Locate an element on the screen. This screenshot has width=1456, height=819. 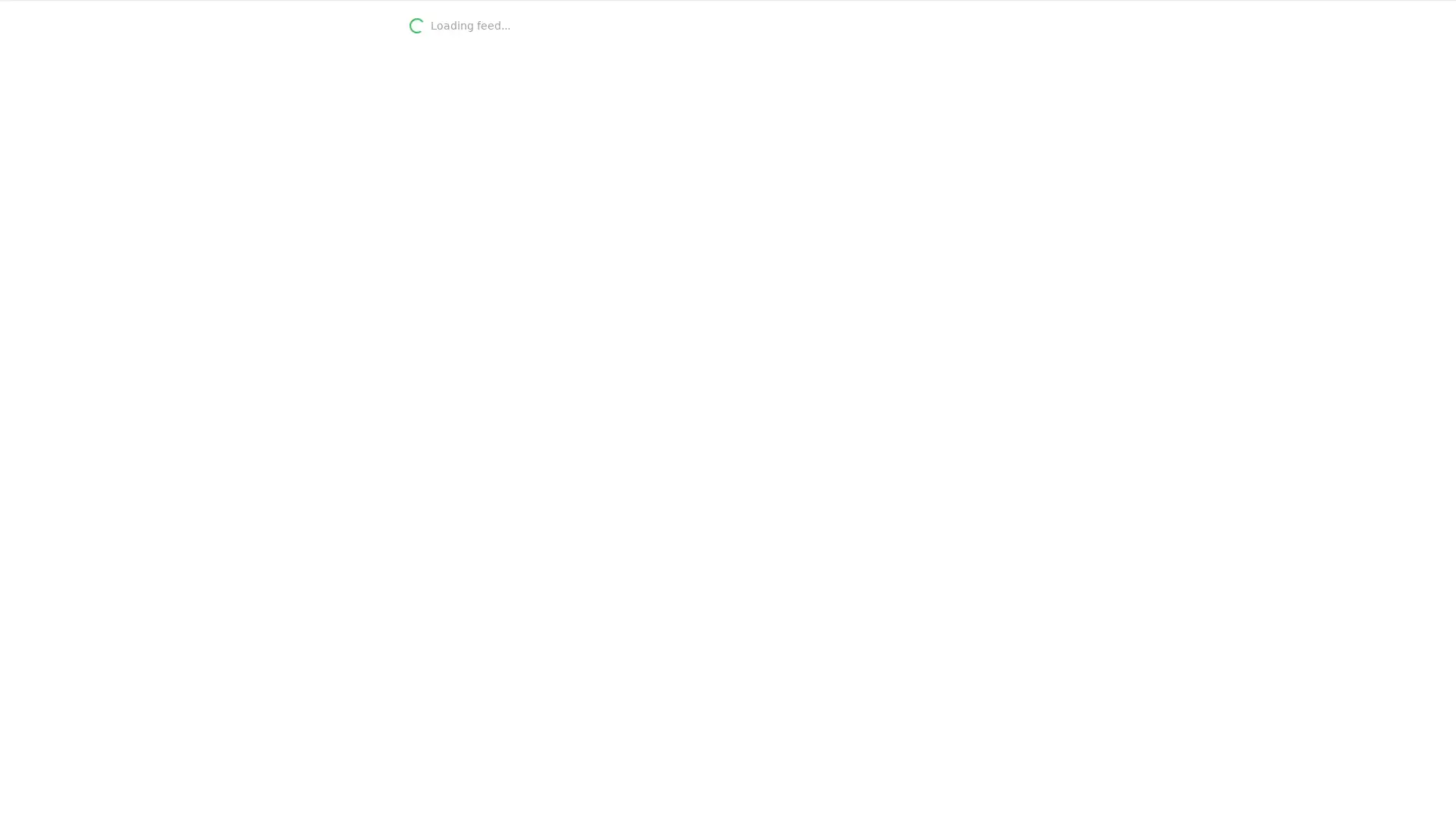
Refresh is located at coordinates (1030, 51).